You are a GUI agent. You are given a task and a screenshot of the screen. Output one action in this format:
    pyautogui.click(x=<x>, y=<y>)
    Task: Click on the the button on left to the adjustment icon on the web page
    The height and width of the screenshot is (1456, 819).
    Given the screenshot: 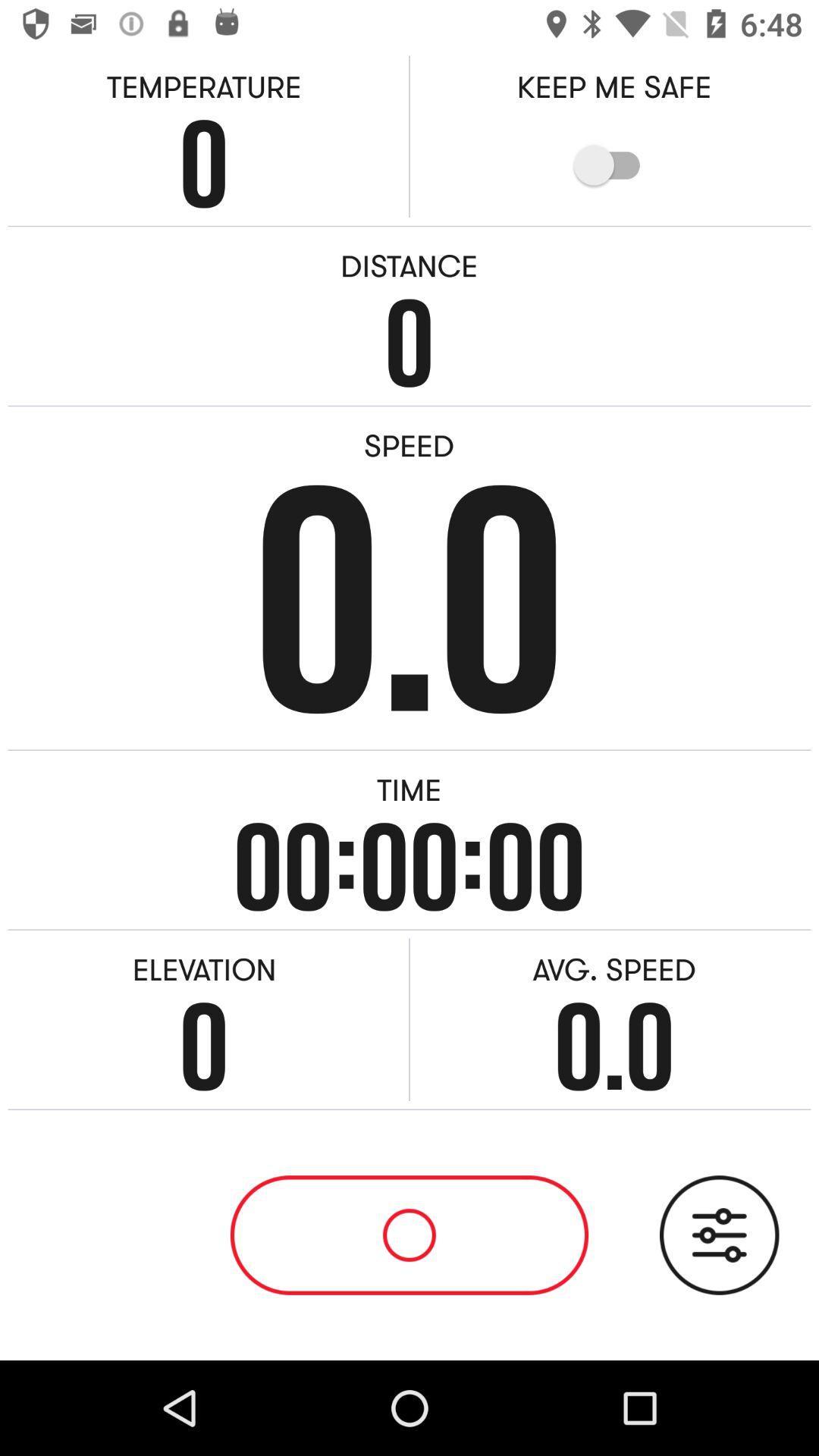 What is the action you would take?
    pyautogui.click(x=409, y=1235)
    